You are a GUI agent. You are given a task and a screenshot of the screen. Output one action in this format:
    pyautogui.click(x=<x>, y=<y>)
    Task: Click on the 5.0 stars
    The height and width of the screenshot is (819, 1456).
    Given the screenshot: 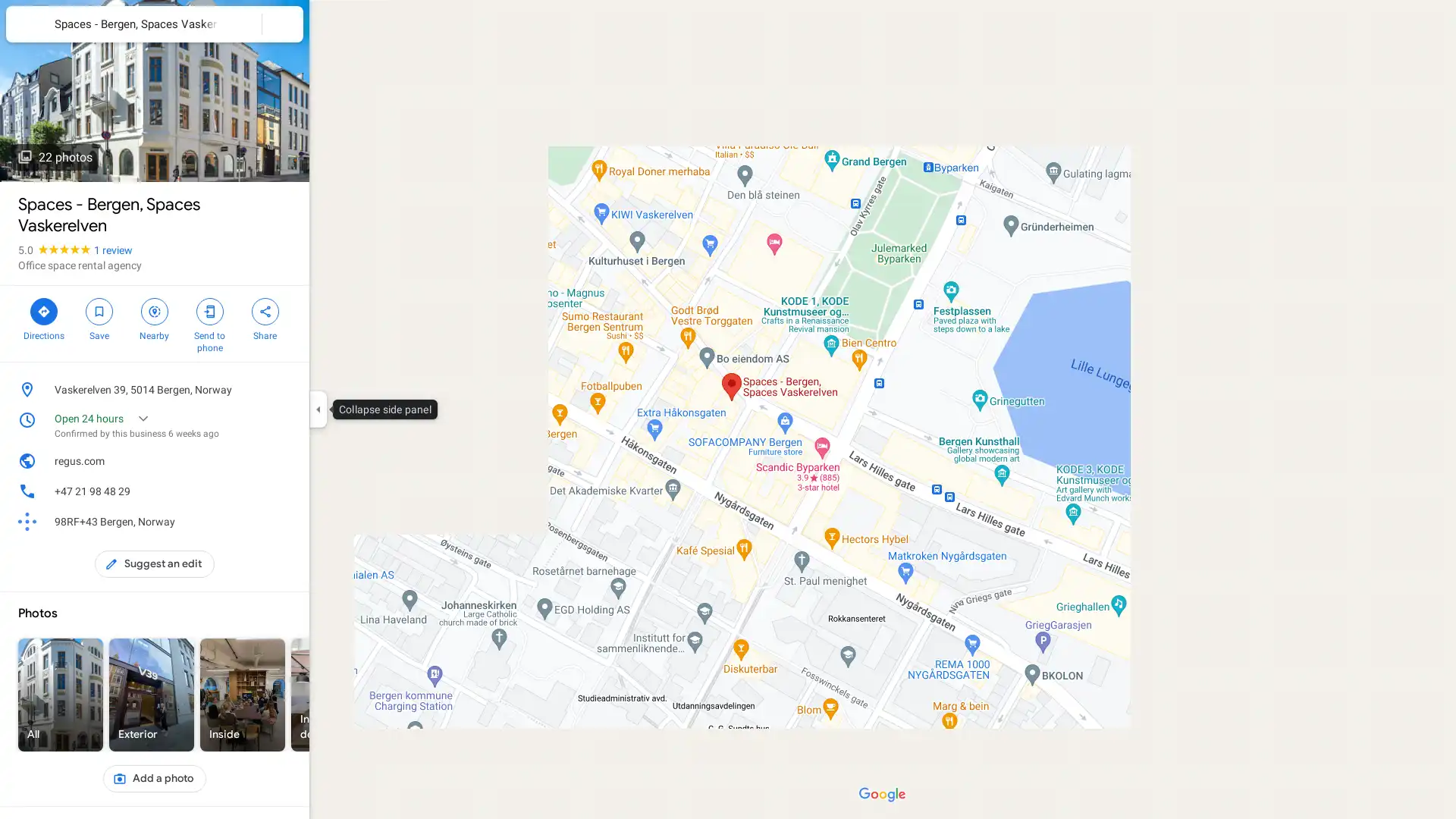 What is the action you would take?
    pyautogui.click(x=55, y=249)
    